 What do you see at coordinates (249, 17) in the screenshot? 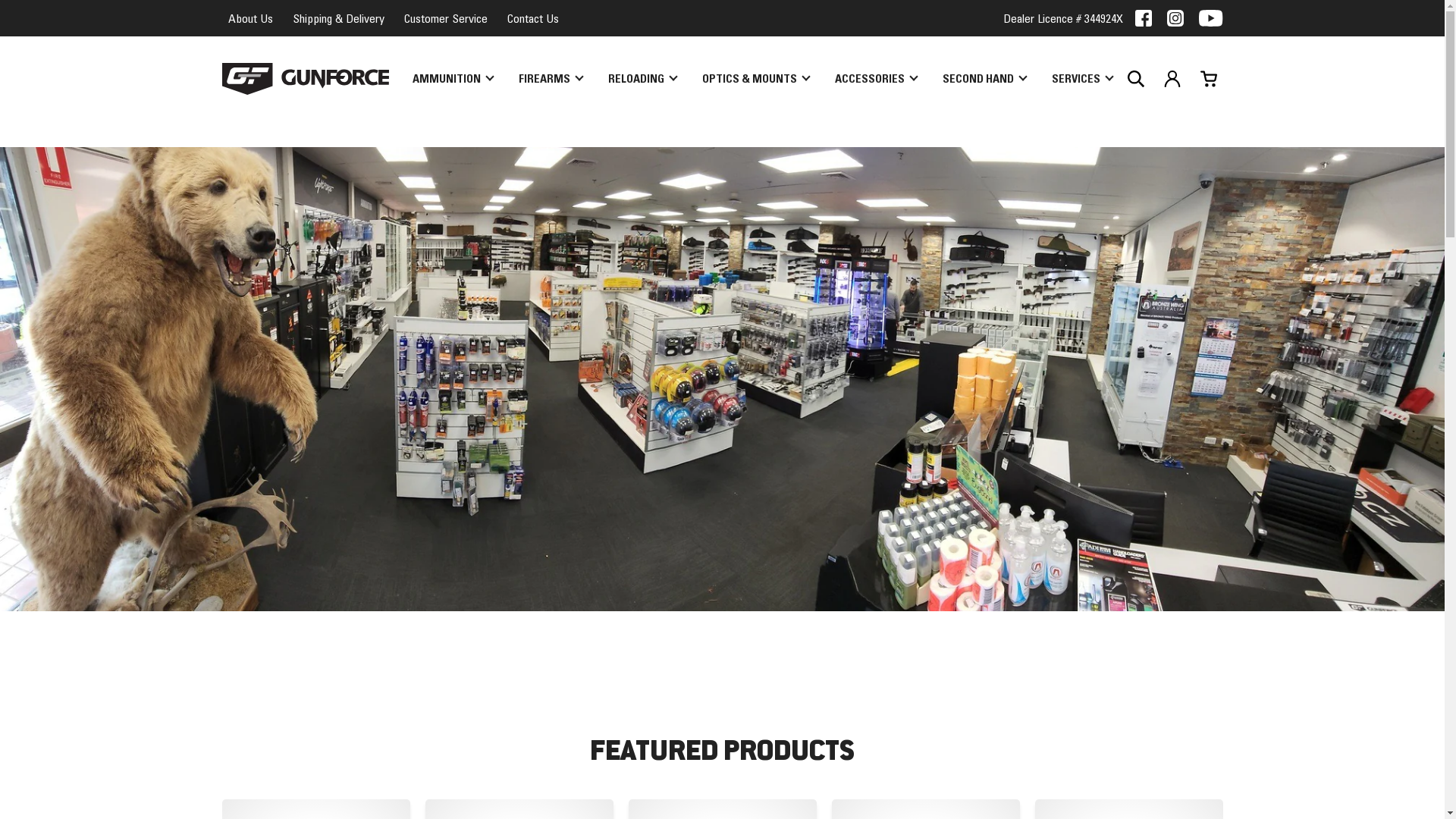
I see `'About Us'` at bounding box center [249, 17].